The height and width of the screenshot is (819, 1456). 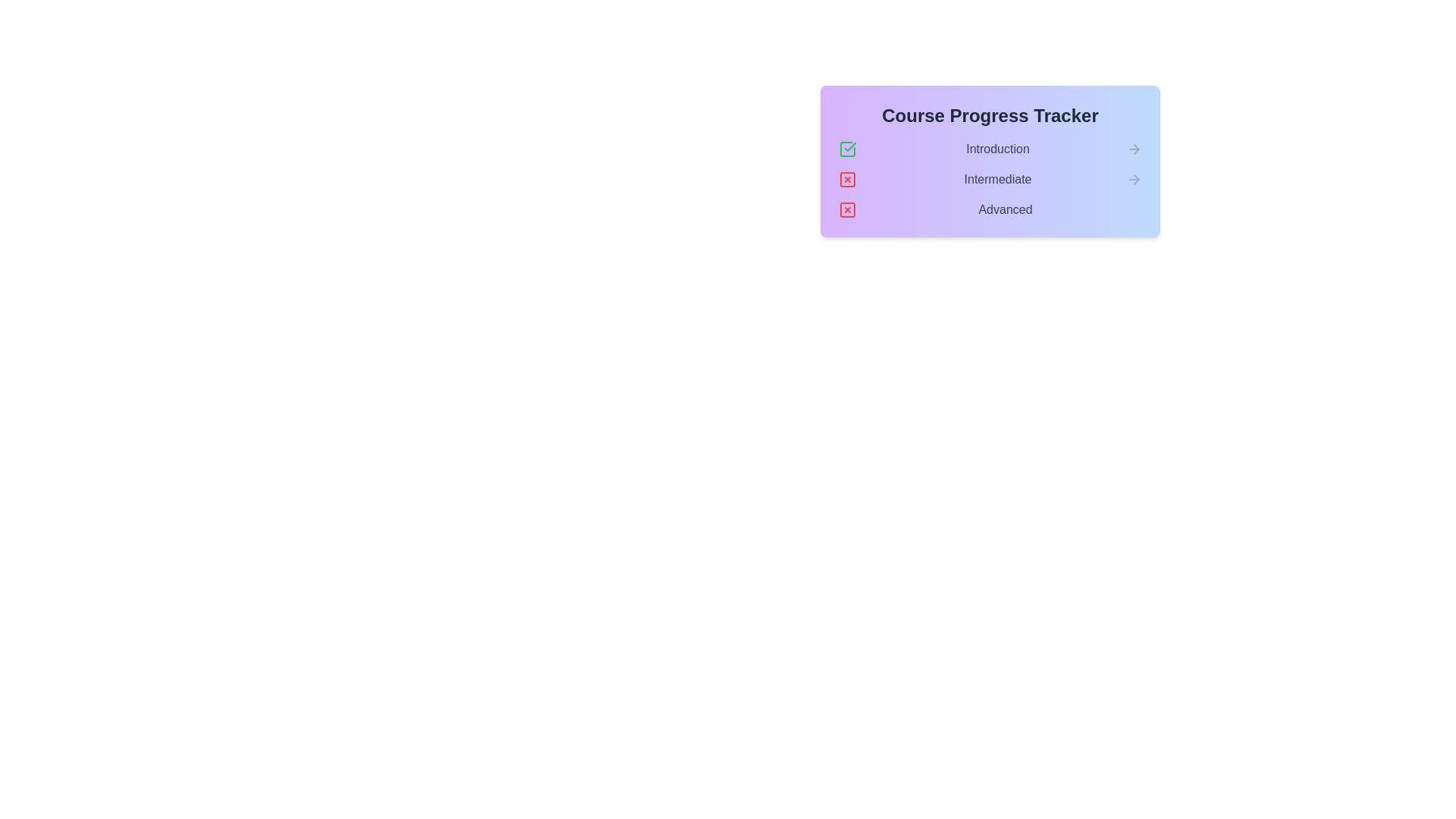 What do you see at coordinates (1134, 210) in the screenshot?
I see `the arrow icon to the right of the stage Advanced` at bounding box center [1134, 210].